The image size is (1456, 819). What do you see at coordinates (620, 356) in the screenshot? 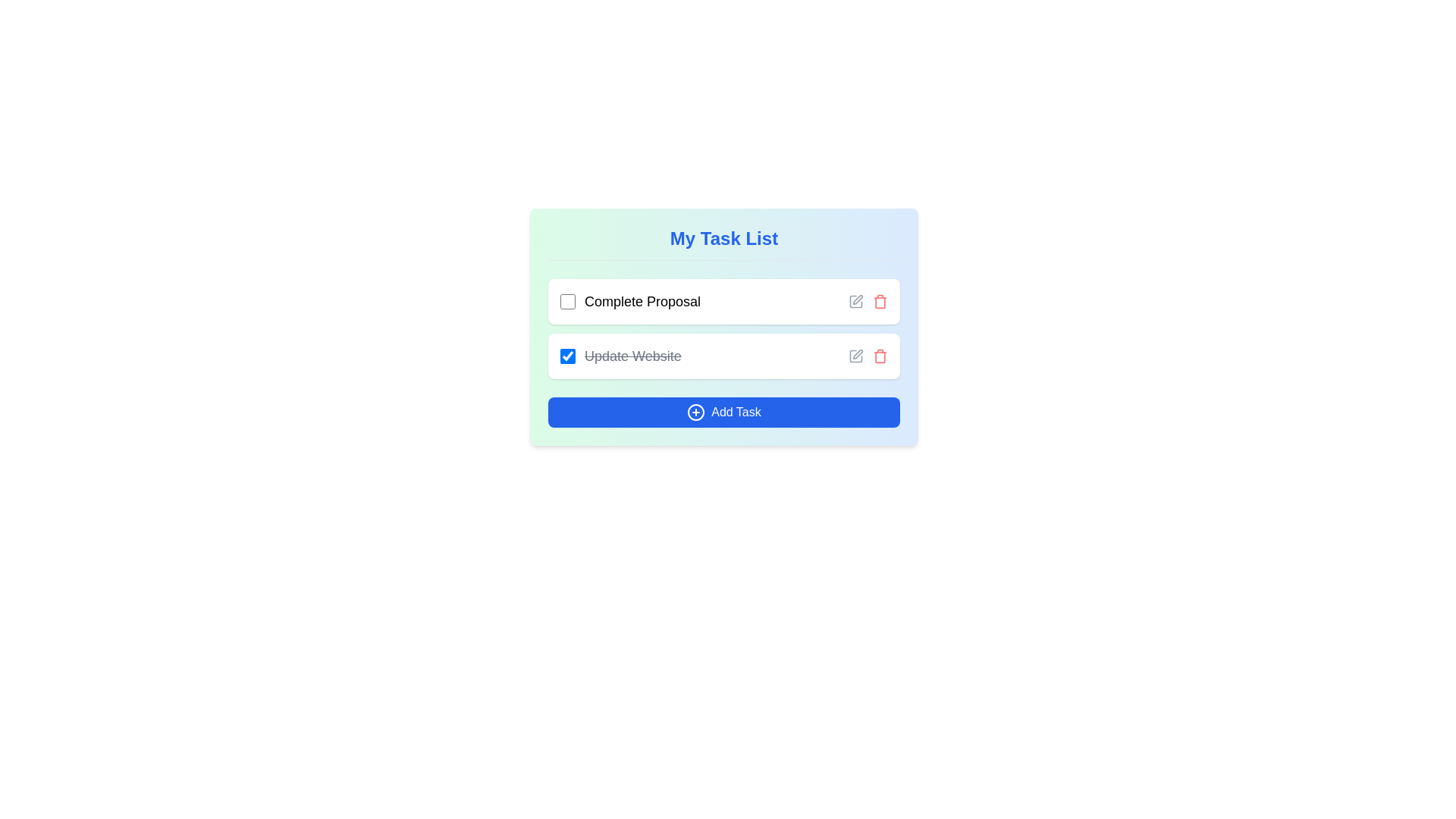
I see `the text label of the second task entry in 'My Task List' to possibly reveal additional options` at bounding box center [620, 356].